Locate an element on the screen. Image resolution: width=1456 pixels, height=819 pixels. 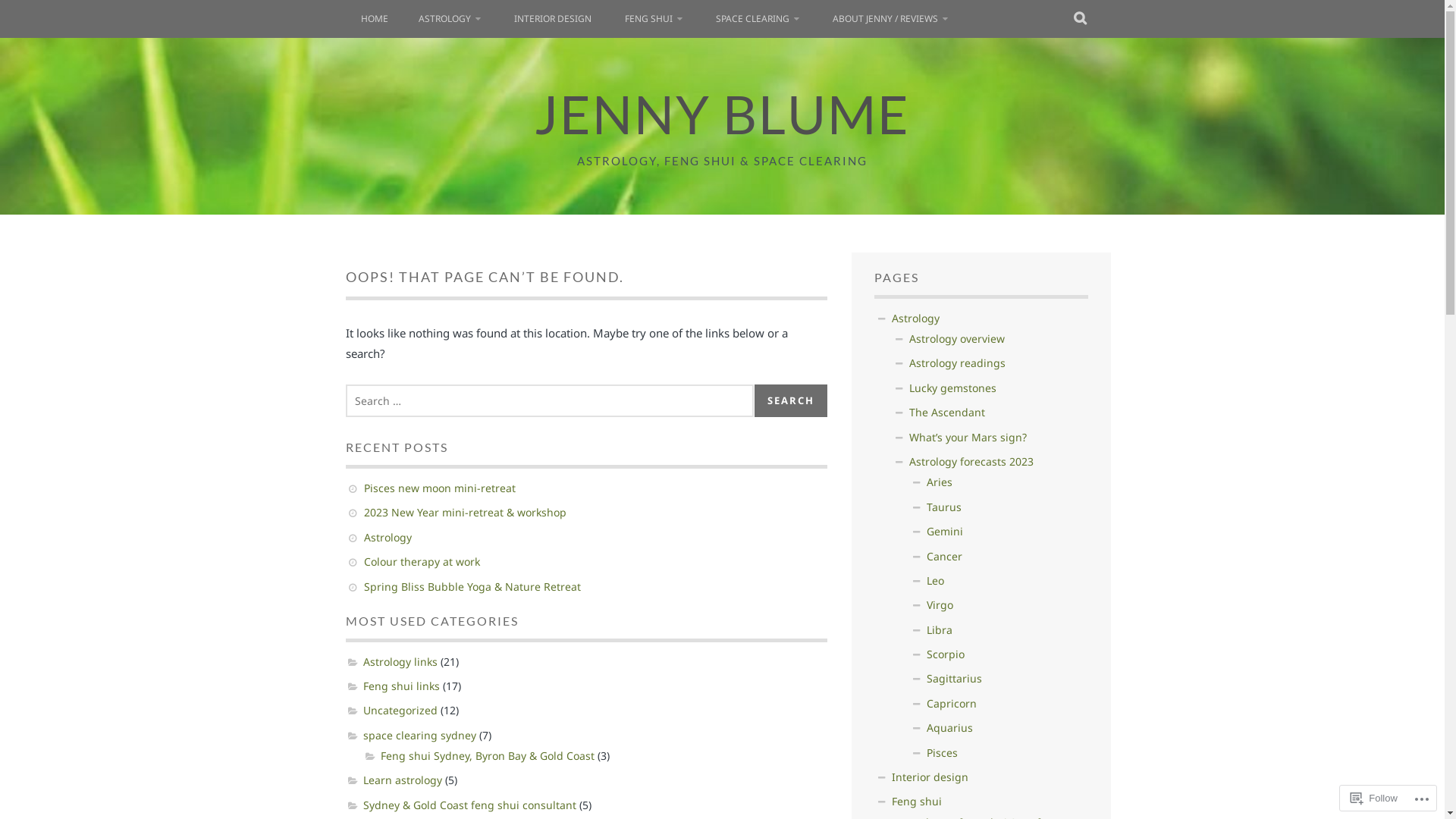
'Sagittarius' is located at coordinates (953, 677).